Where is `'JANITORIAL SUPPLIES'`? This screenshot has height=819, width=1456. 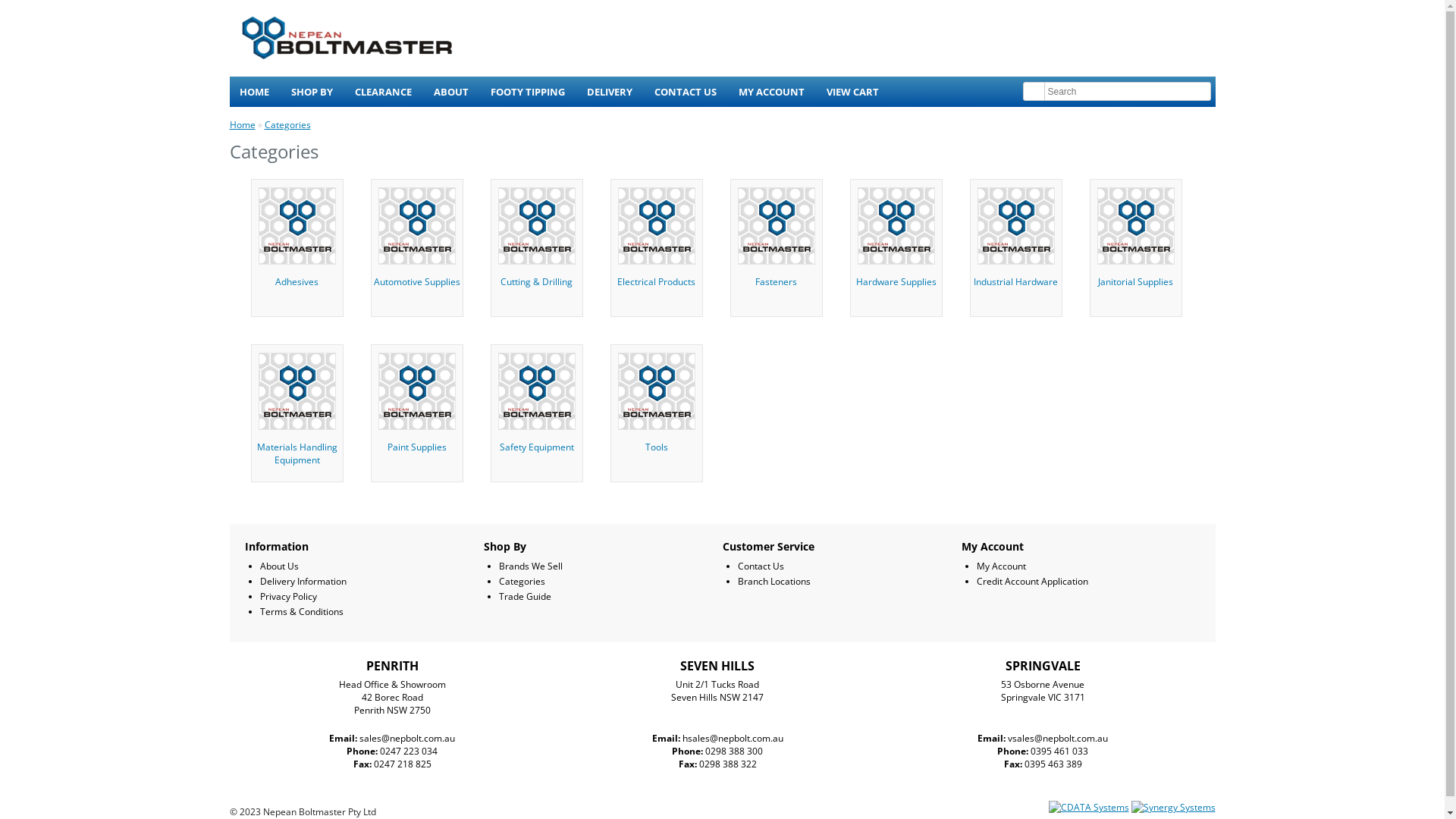 'JANITORIAL SUPPLIES' is located at coordinates (1135, 225).